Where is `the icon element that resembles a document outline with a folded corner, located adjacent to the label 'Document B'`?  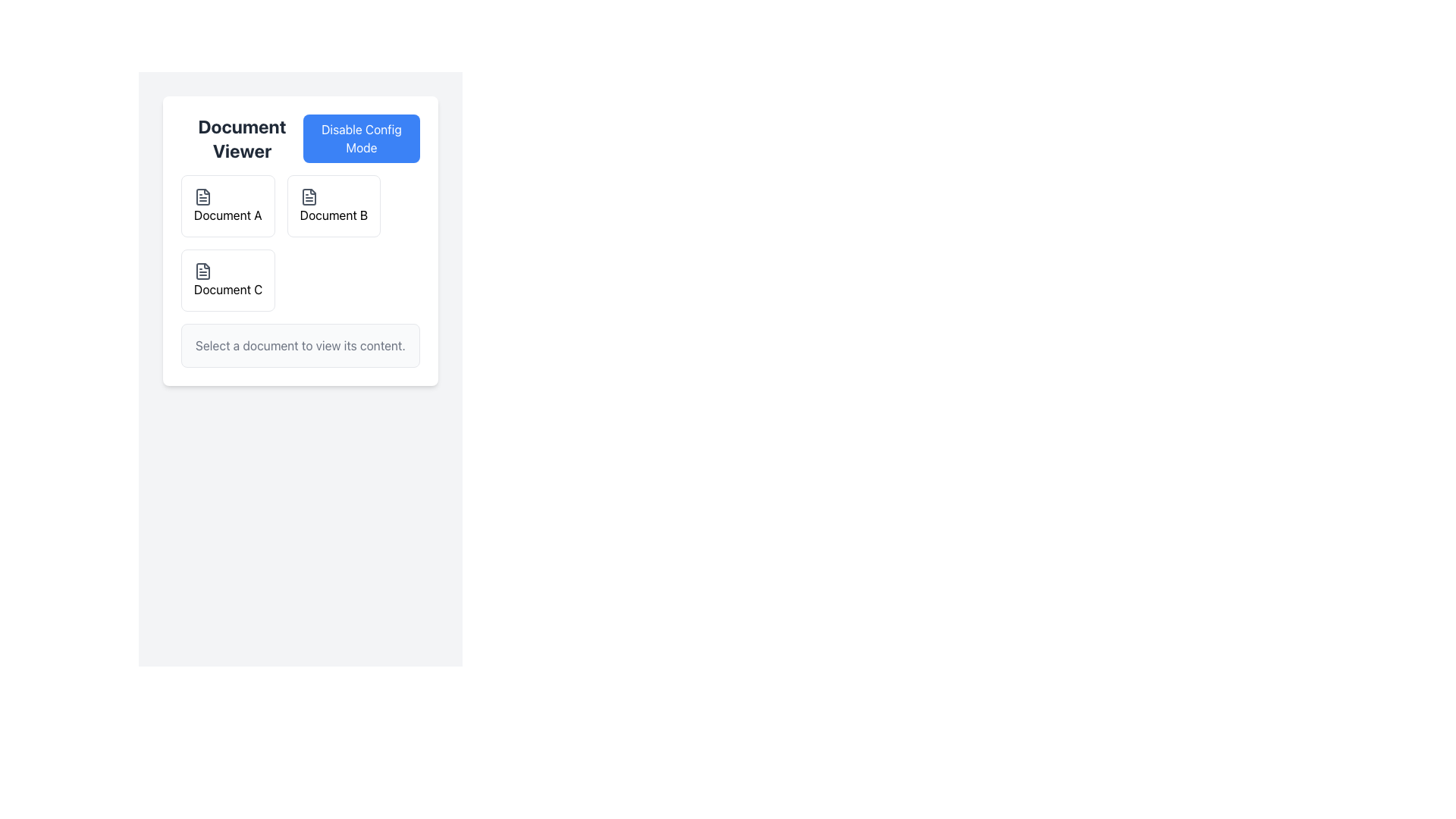
the icon element that resembles a document outline with a folded corner, located adjacent to the label 'Document B' is located at coordinates (308, 196).